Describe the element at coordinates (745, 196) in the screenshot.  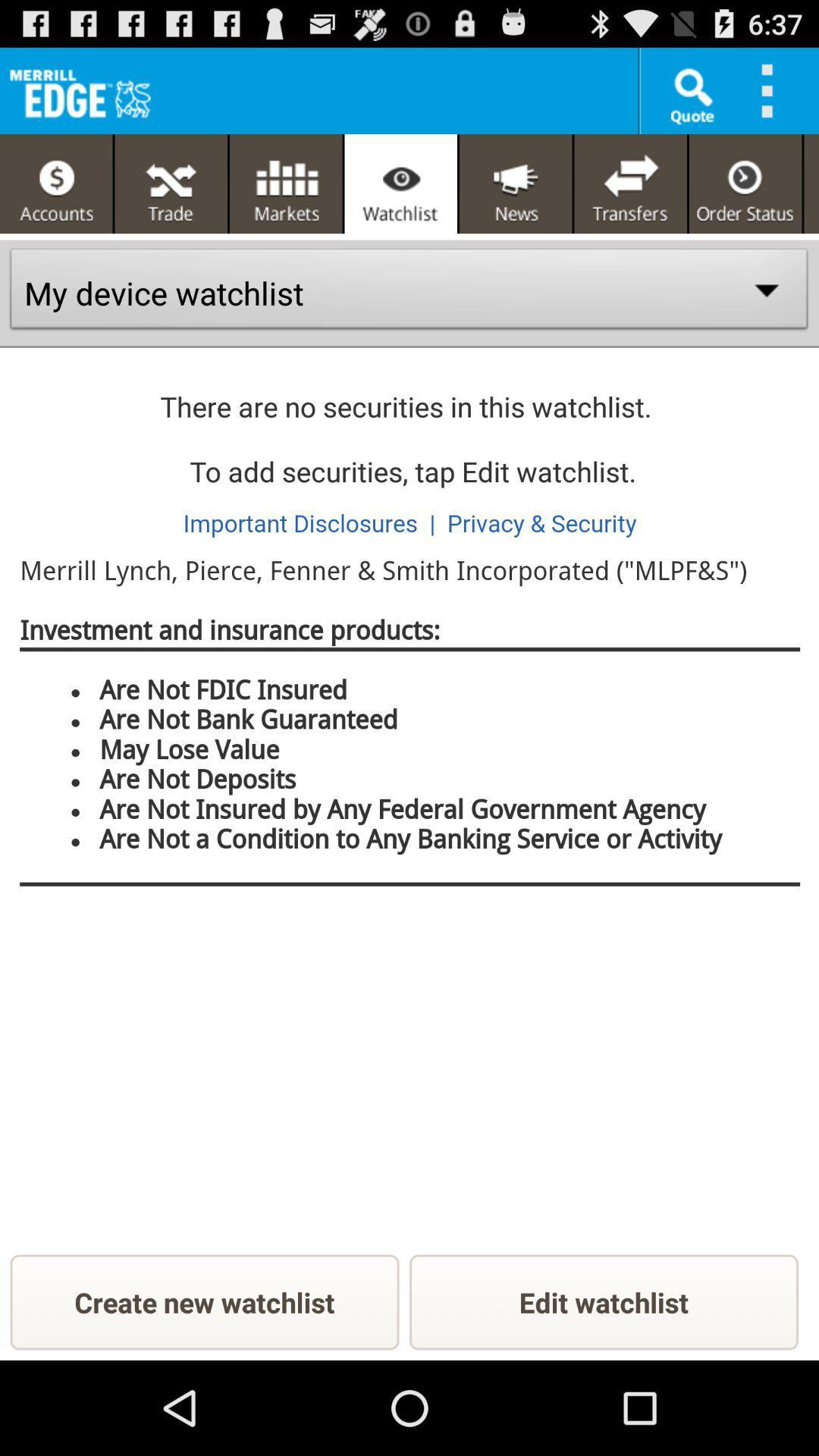
I see `the time icon` at that location.